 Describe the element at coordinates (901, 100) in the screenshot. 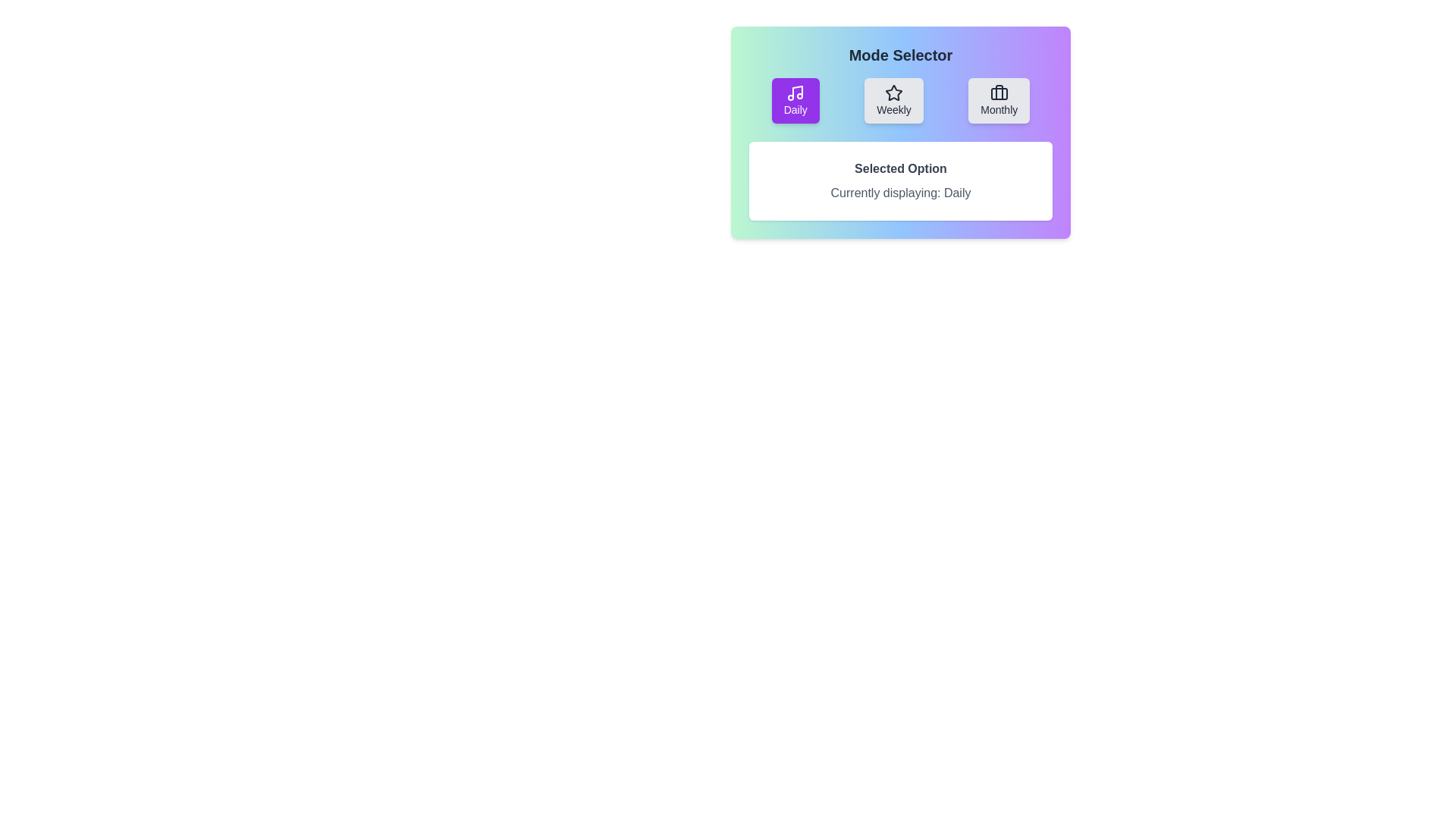

I see `the mode selection buttons in the 'Mode Selector' section` at that location.